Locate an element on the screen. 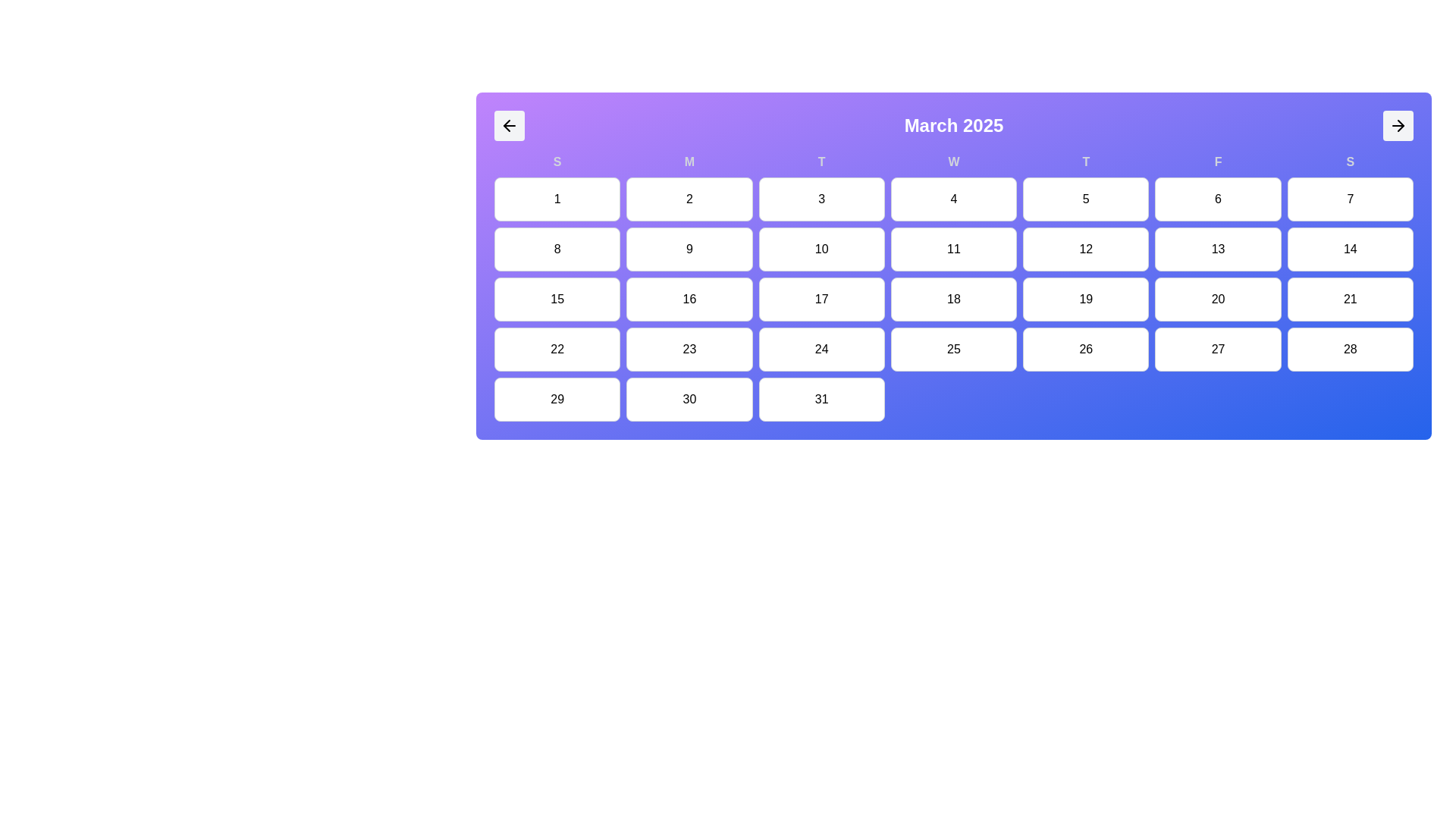  the second day button in the calendar view, which is located between the buttons labeled '1' and '3' is located at coordinates (689, 198).